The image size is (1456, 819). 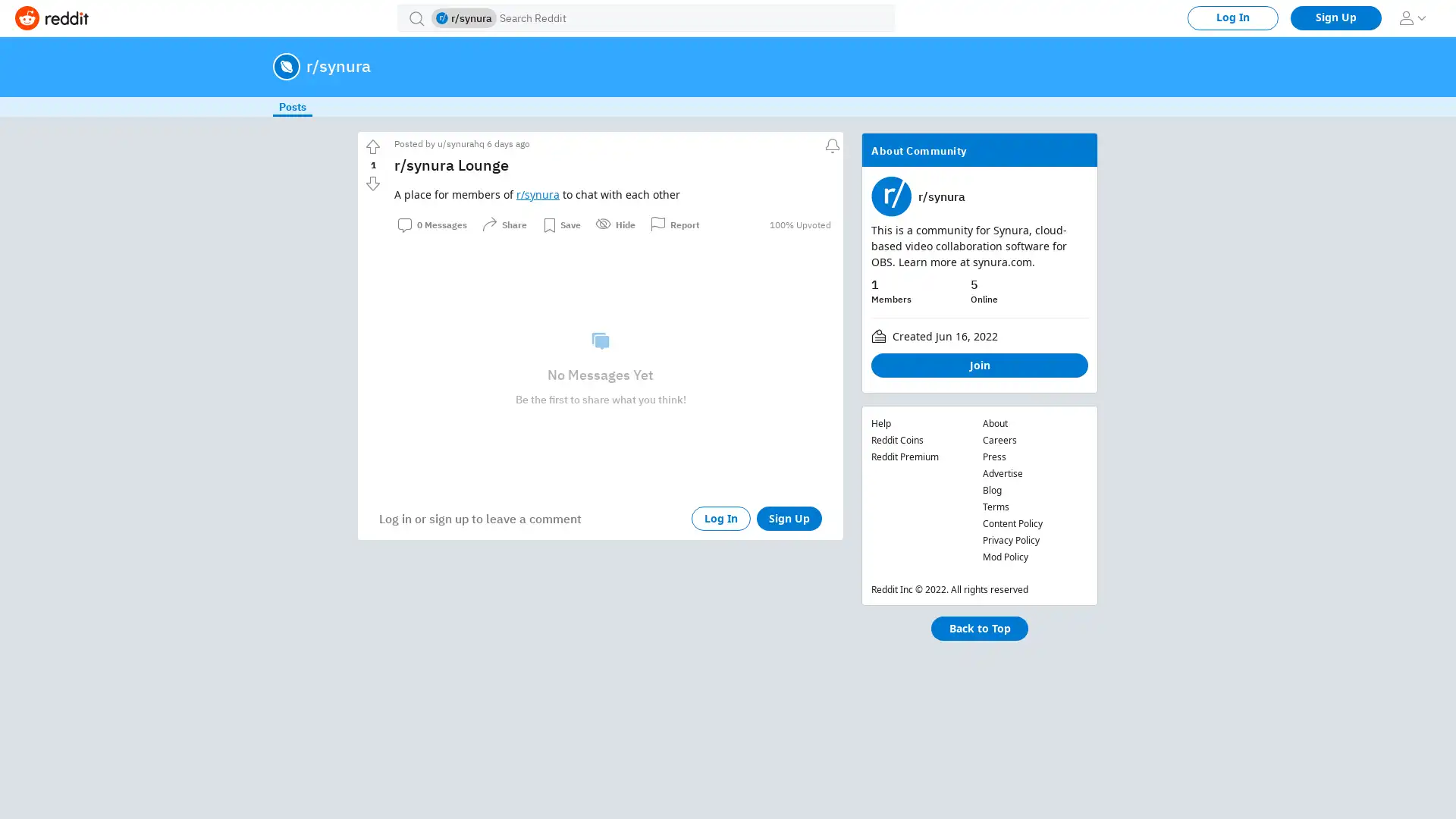 What do you see at coordinates (830, 143) in the screenshot?
I see `Follow post to stay updated` at bounding box center [830, 143].